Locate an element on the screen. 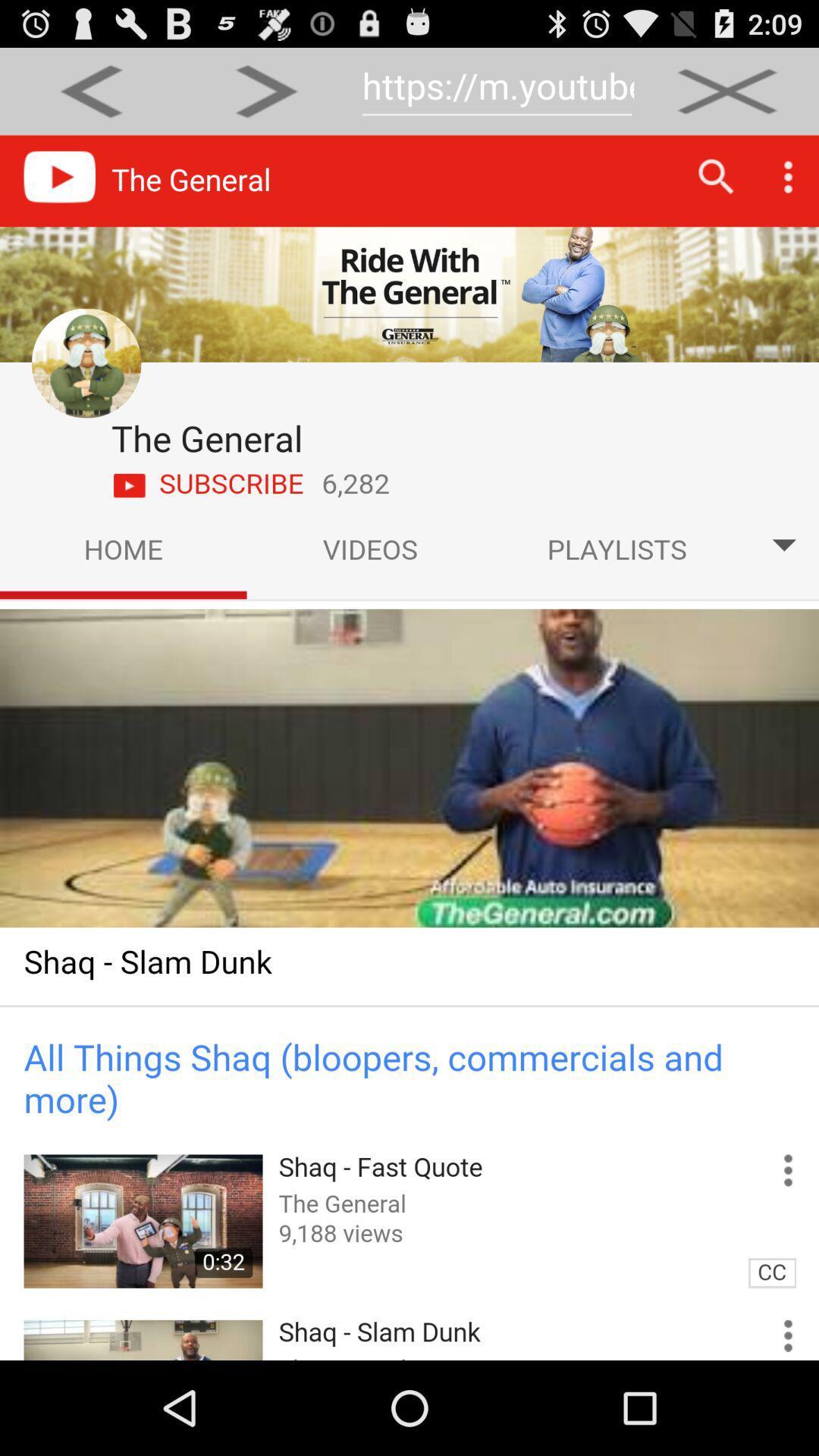 Image resolution: width=819 pixels, height=1456 pixels. the app is located at coordinates (726, 90).